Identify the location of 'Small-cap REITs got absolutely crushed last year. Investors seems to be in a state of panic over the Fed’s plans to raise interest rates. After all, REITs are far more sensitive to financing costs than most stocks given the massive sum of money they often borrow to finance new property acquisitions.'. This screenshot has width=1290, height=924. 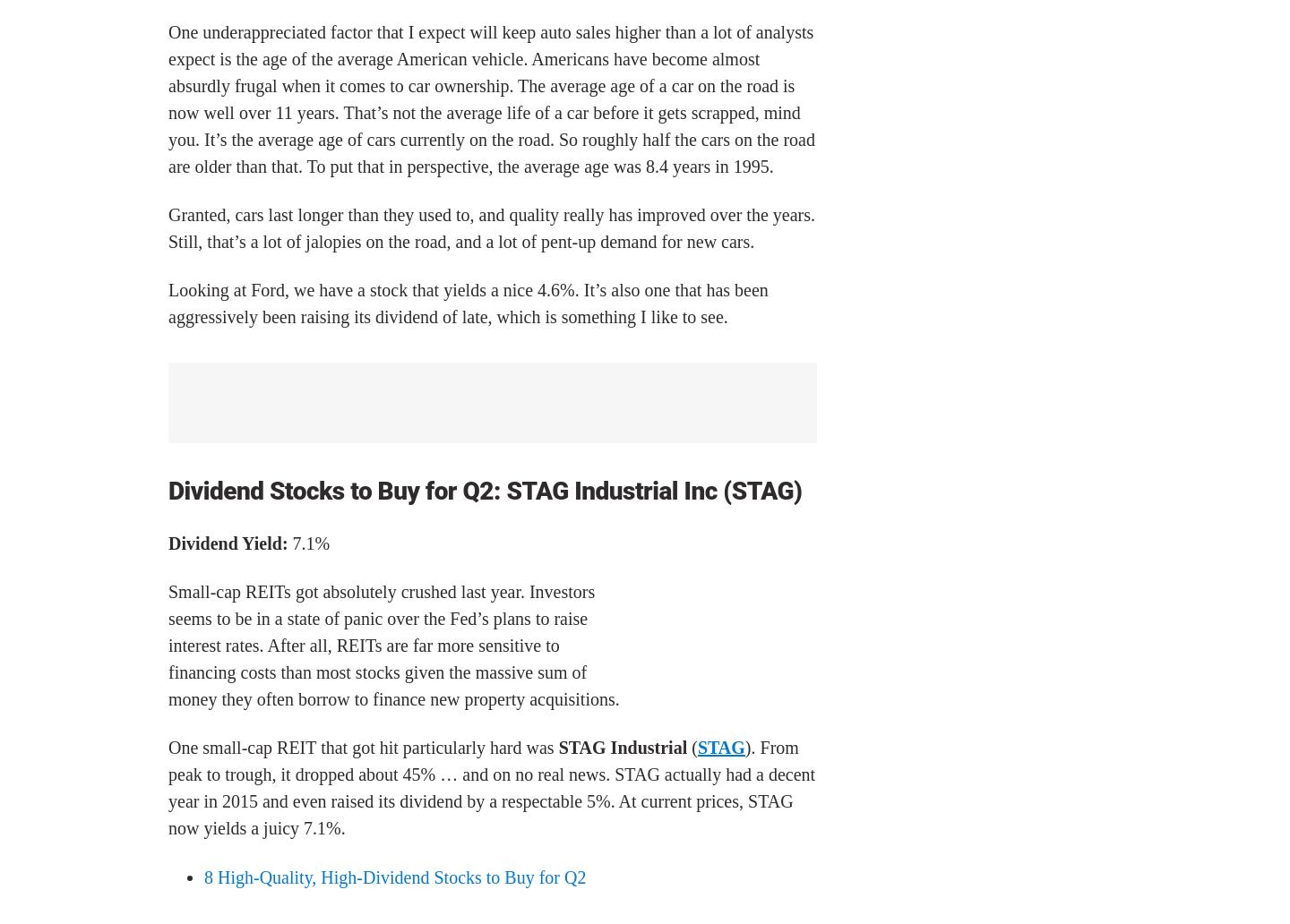
(168, 644).